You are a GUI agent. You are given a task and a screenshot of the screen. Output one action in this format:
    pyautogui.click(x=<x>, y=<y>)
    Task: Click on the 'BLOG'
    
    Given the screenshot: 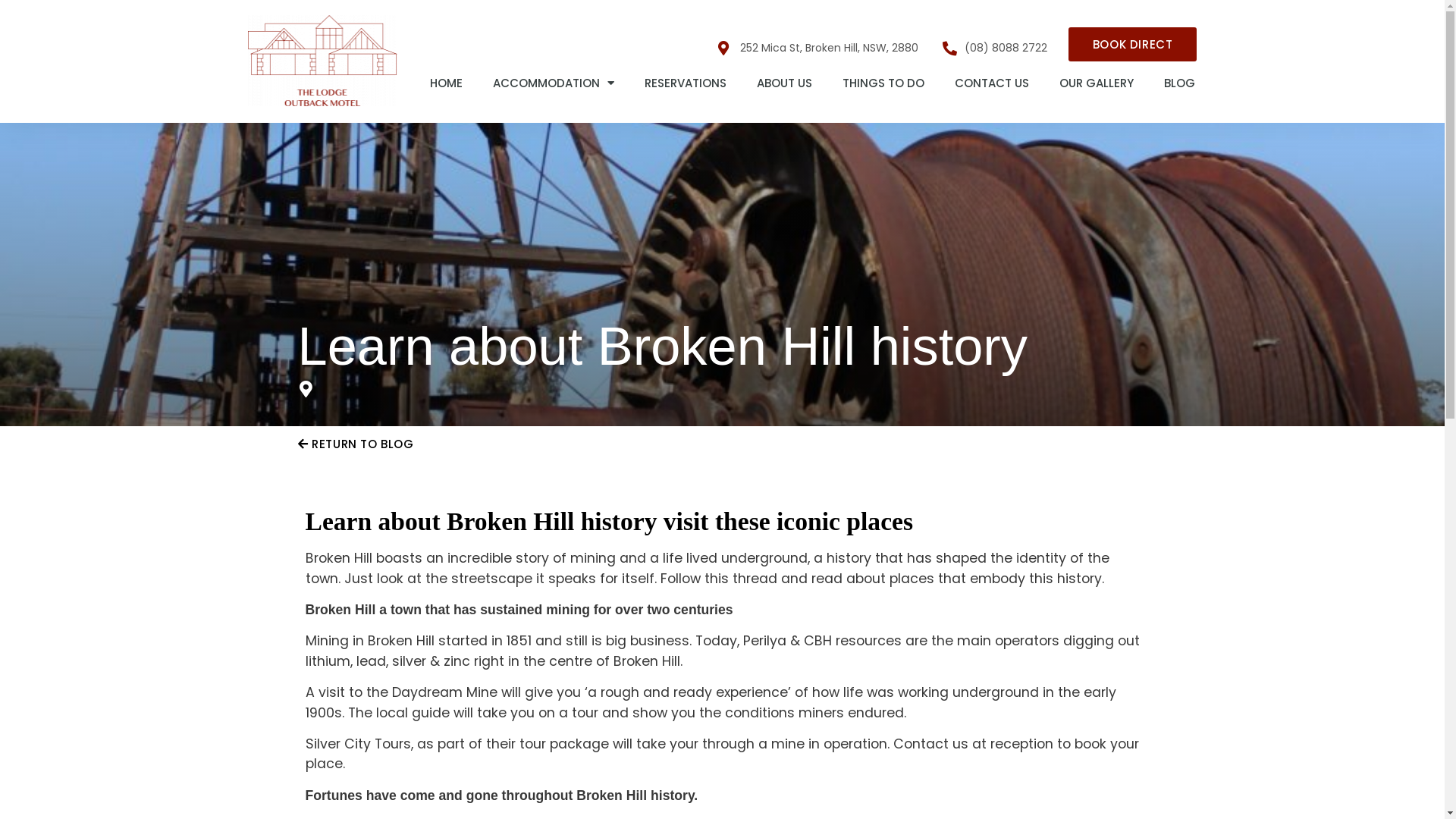 What is the action you would take?
    pyautogui.click(x=1178, y=83)
    